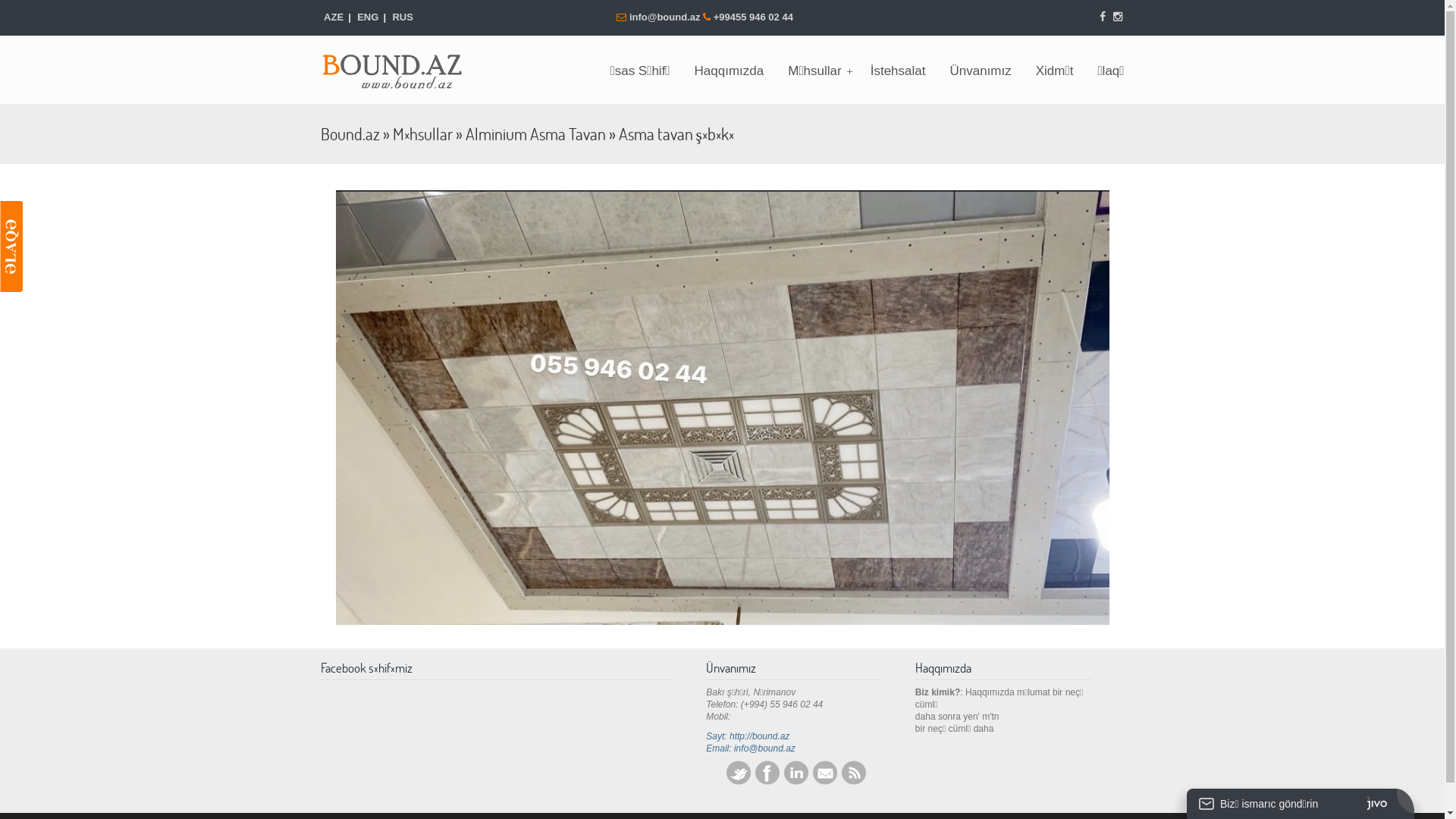 The height and width of the screenshot is (819, 1456). Describe the element at coordinates (400, 66) in the screenshot. I see `'Bound.az'` at that location.